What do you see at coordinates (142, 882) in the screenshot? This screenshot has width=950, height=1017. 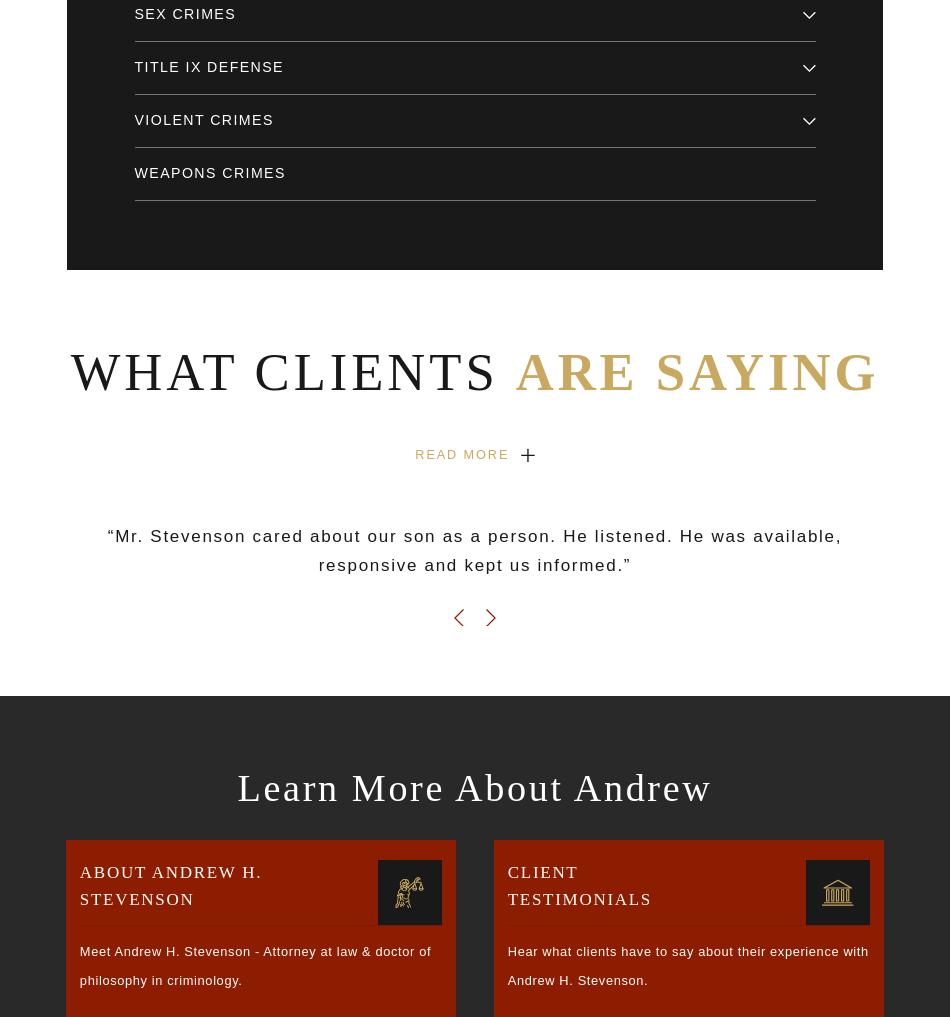 I see `'© 2023 All Rights Reserved.'` at bounding box center [142, 882].